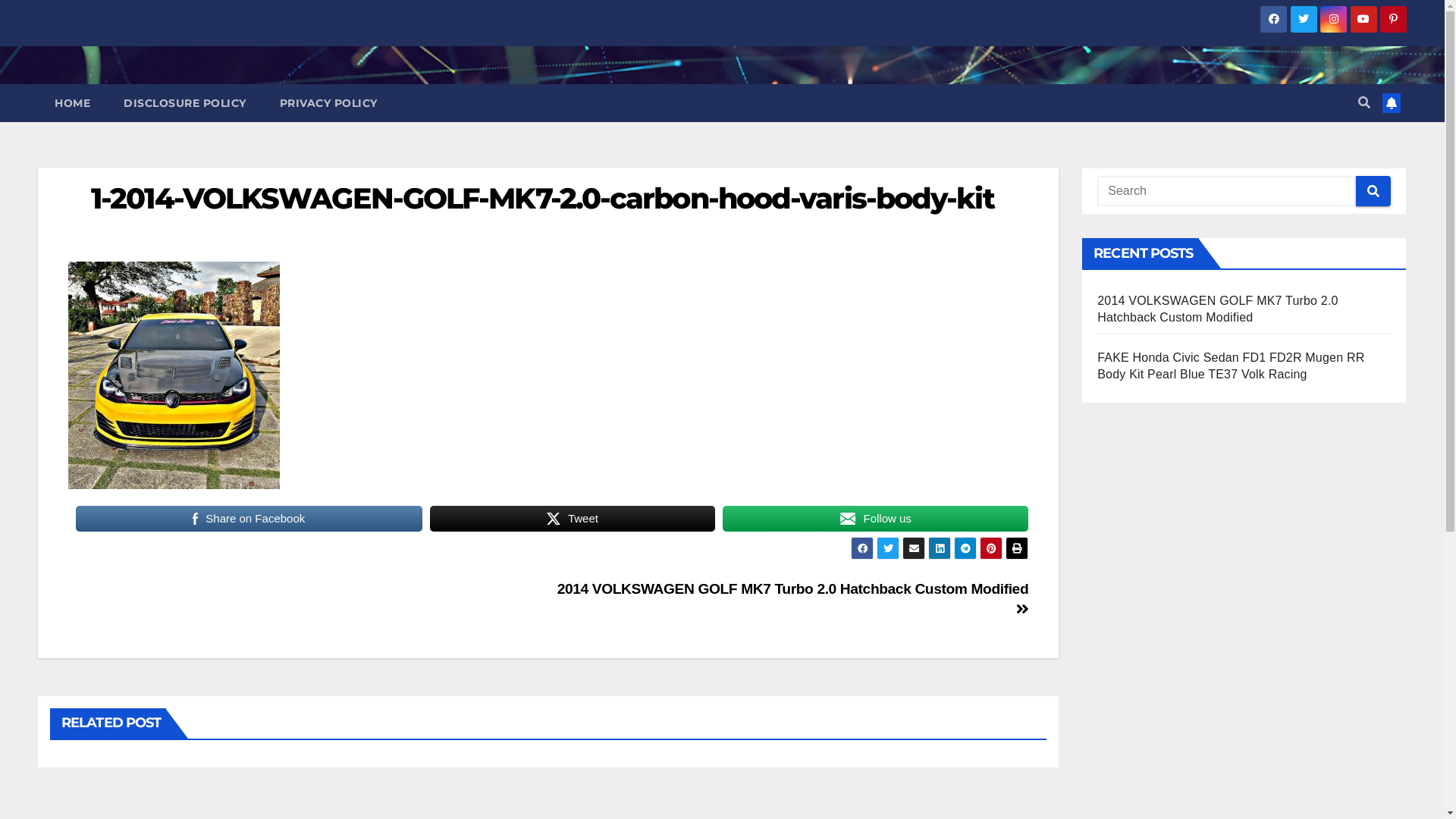  What do you see at coordinates (184, 102) in the screenshot?
I see `'DISCLOSURE POLICY'` at bounding box center [184, 102].